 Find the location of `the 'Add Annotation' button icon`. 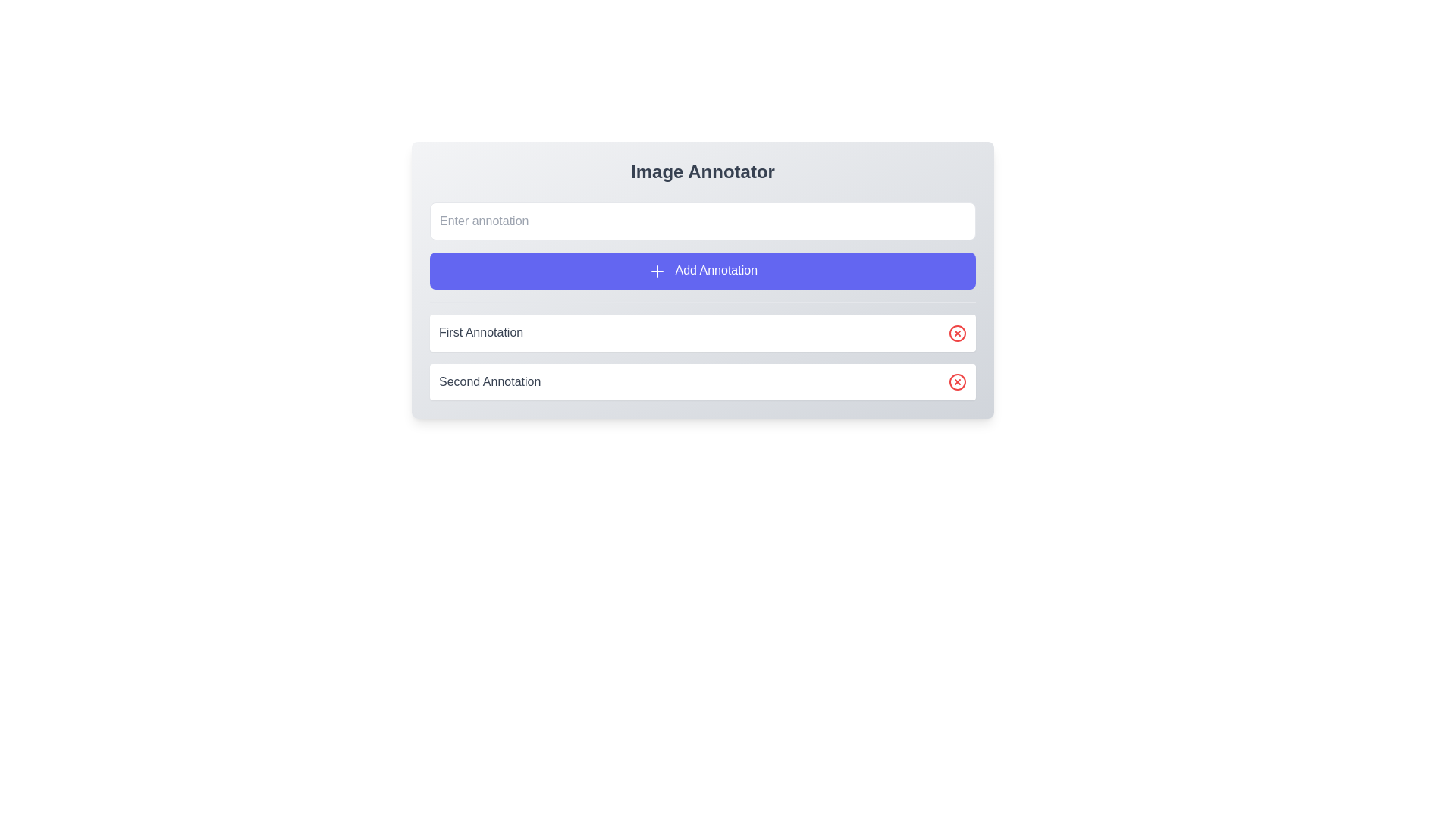

the 'Add Annotation' button icon is located at coordinates (657, 270).